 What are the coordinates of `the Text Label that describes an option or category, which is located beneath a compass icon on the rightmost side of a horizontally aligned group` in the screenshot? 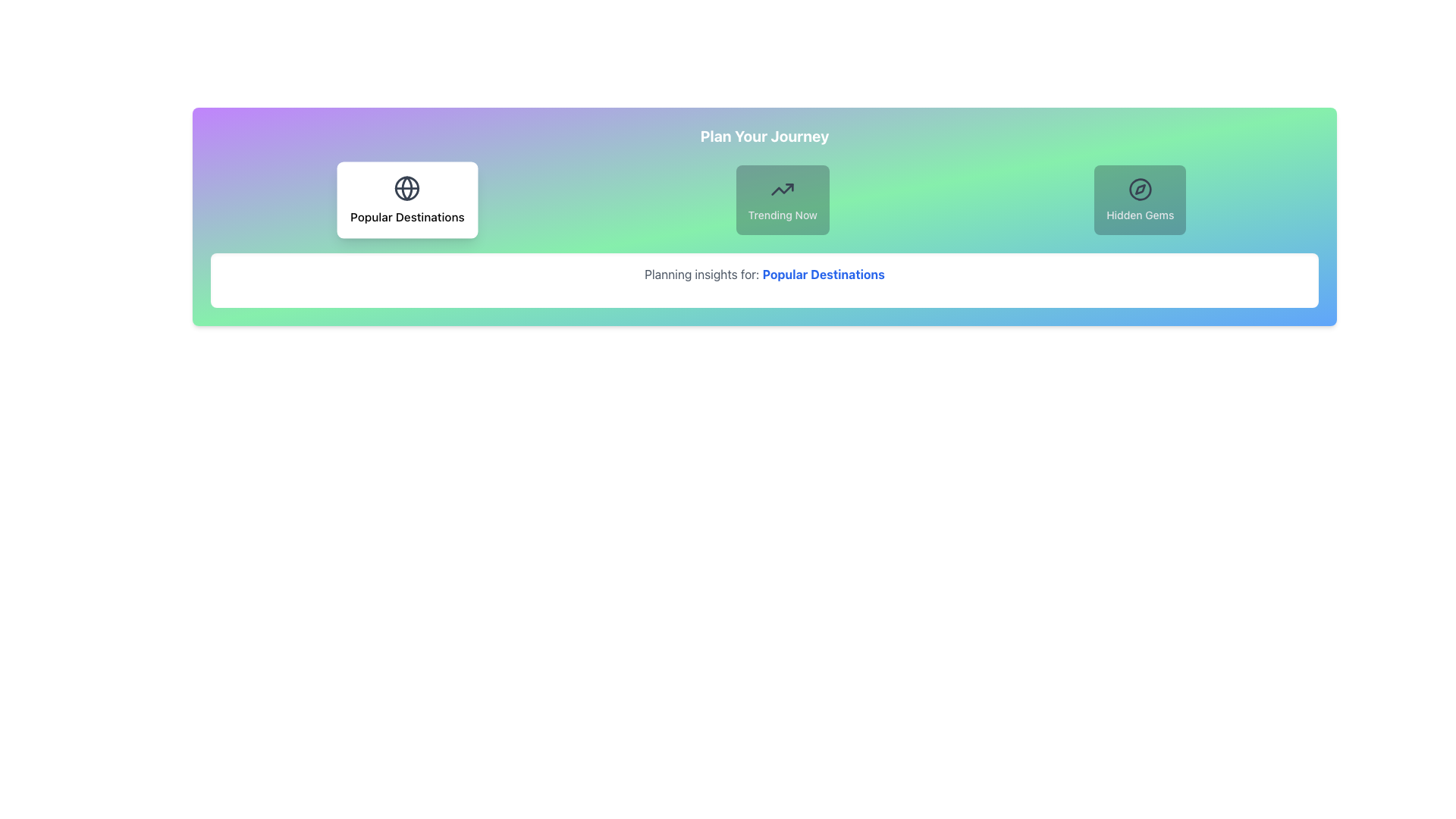 It's located at (1140, 215).